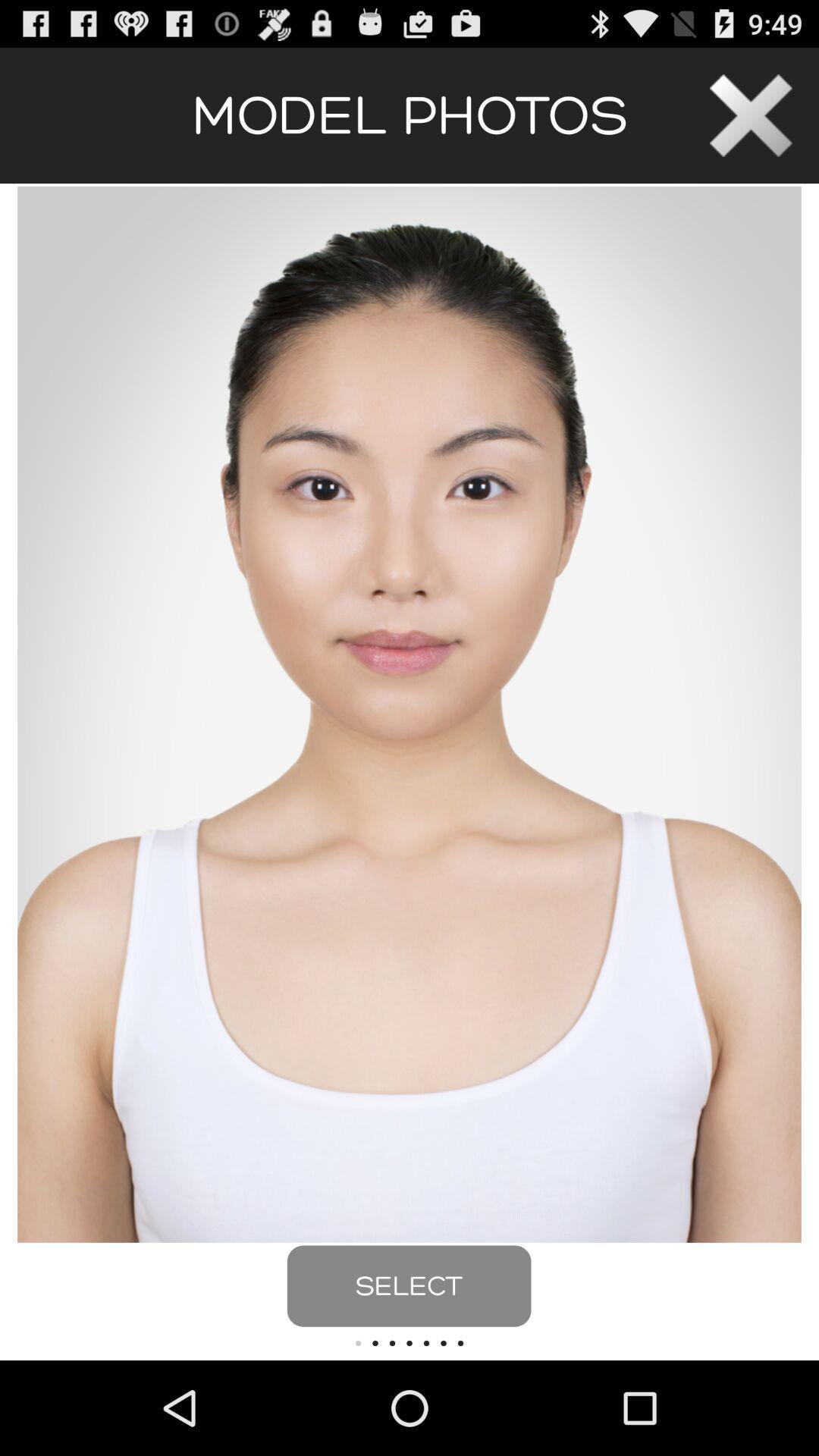  Describe the element at coordinates (751, 124) in the screenshot. I see `the close icon` at that location.